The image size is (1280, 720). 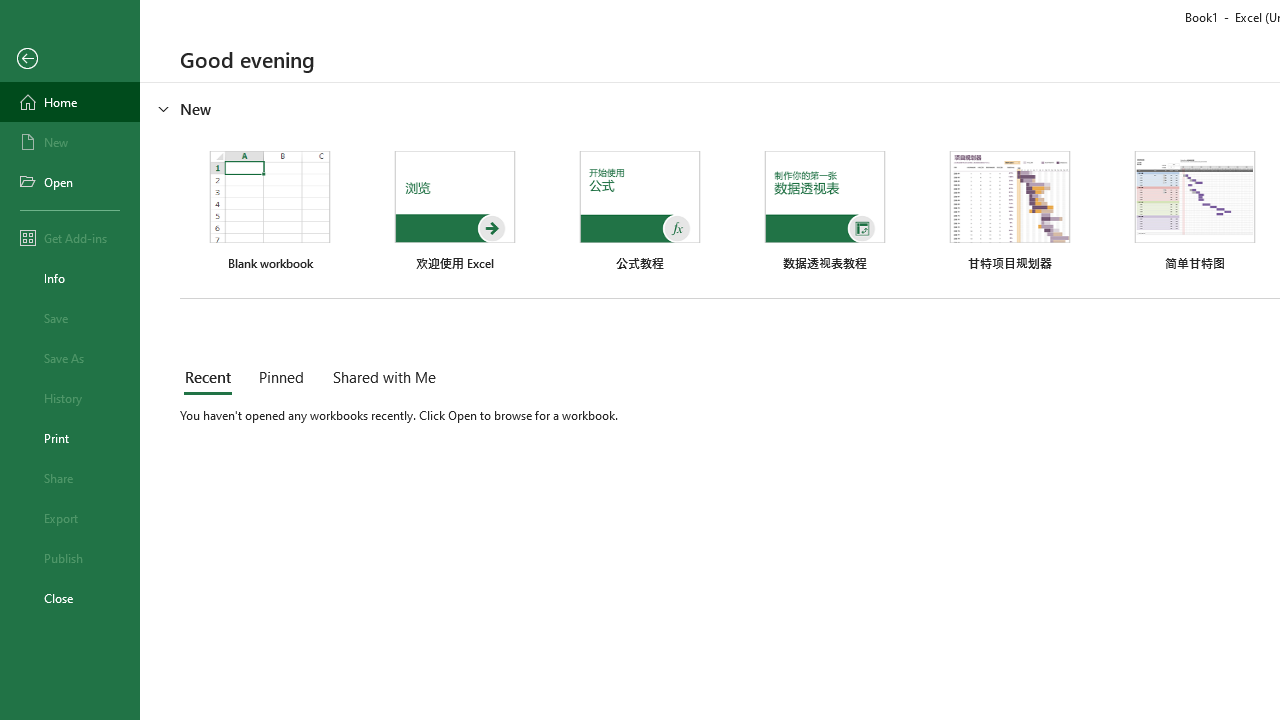 I want to click on 'Pinned', so click(x=279, y=379).